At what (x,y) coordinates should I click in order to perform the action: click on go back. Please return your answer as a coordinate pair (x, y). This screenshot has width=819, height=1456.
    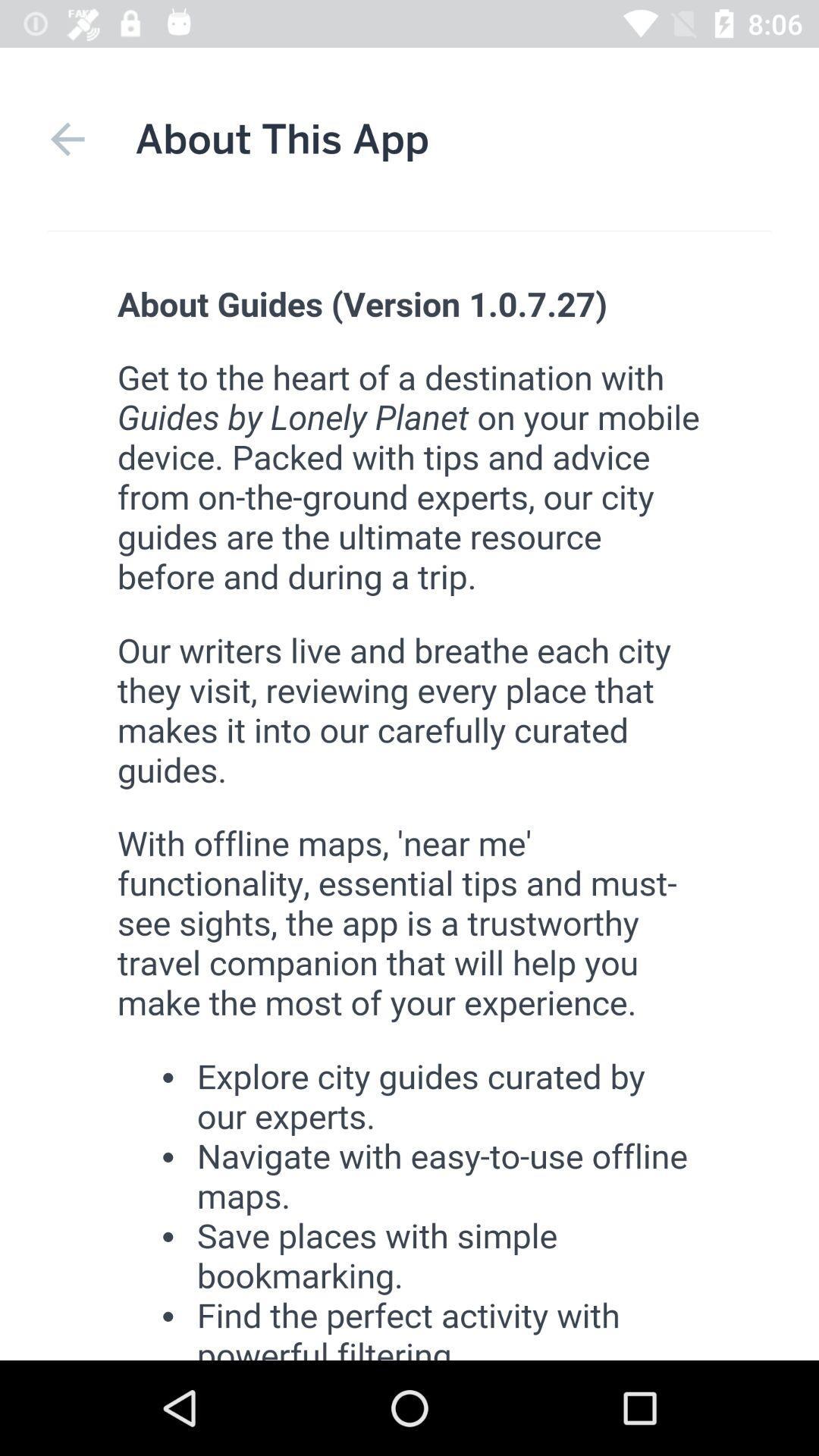
    Looking at the image, I should click on (67, 139).